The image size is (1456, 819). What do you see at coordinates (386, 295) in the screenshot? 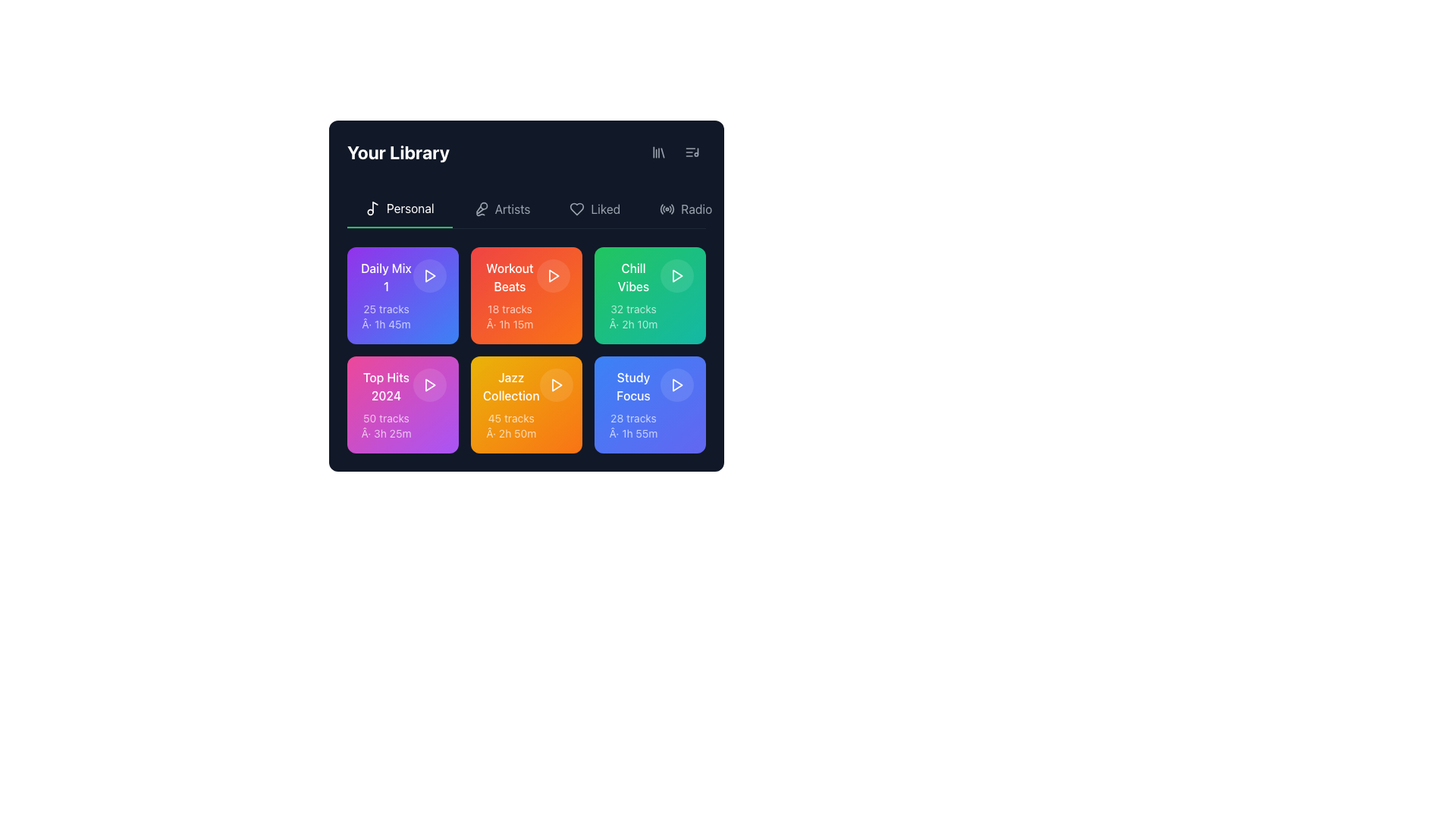
I see `the 'Daily Mix 1' card element located in the top-left corner under the 'Your Library' section, characterized by its gradient background from purple to blue and displaying '25 tracks · 1h 45m'` at bounding box center [386, 295].